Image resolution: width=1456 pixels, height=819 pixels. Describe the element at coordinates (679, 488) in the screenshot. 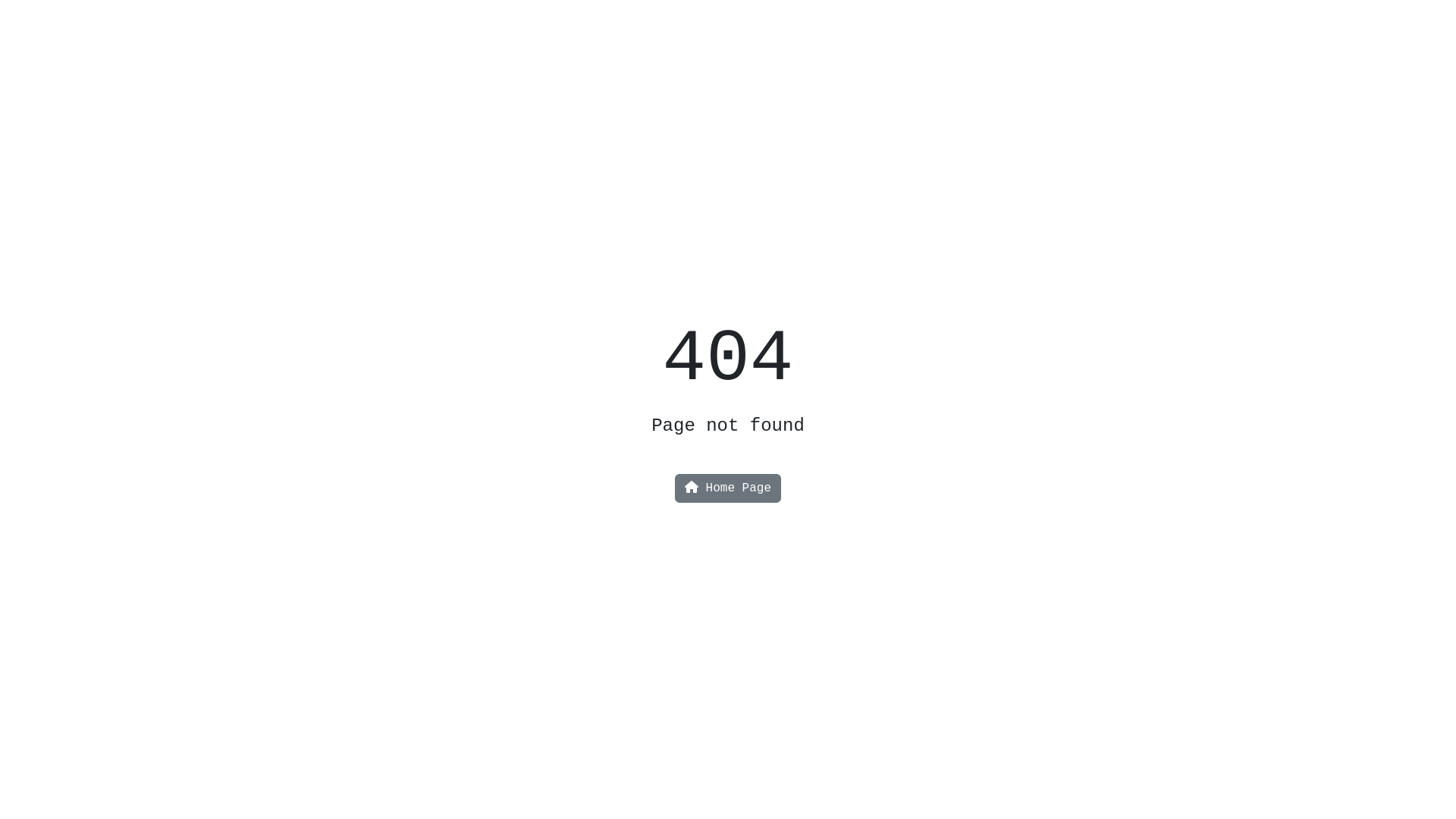

I see `'Home Page'` at that location.